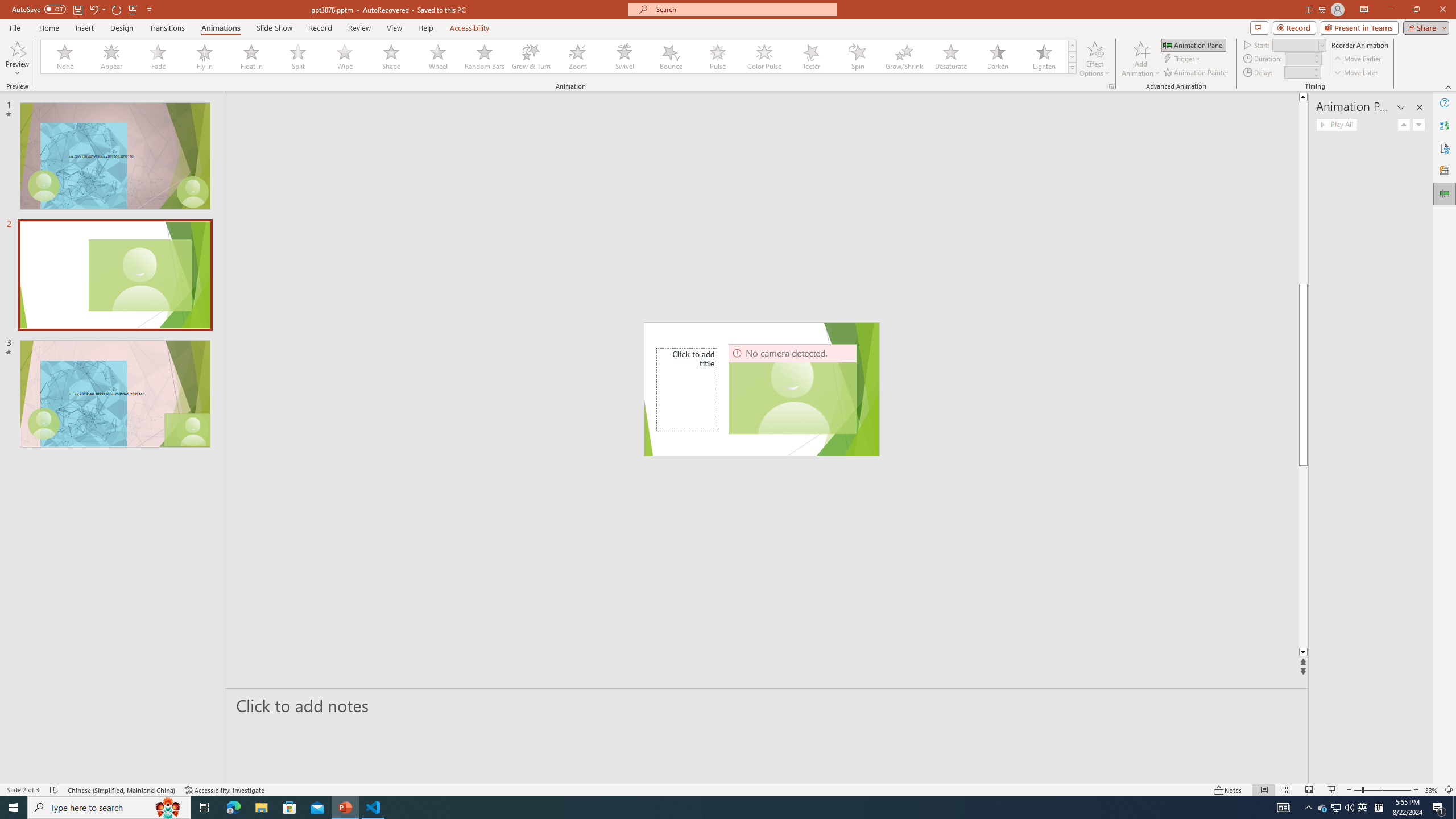  I want to click on 'Effect Options', so click(1094, 59).